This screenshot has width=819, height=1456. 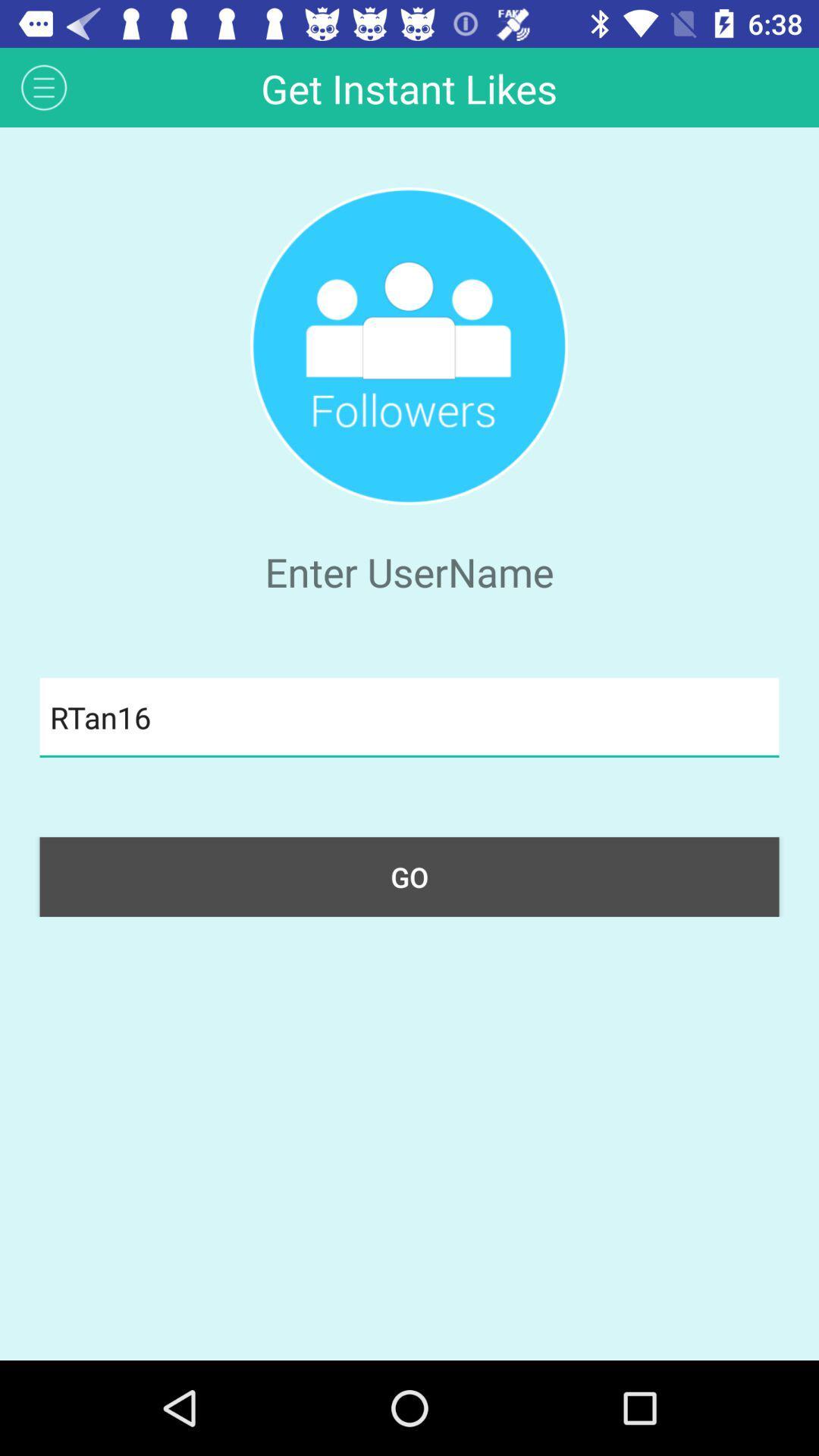 I want to click on item below rtan16 item, so click(x=409, y=877).